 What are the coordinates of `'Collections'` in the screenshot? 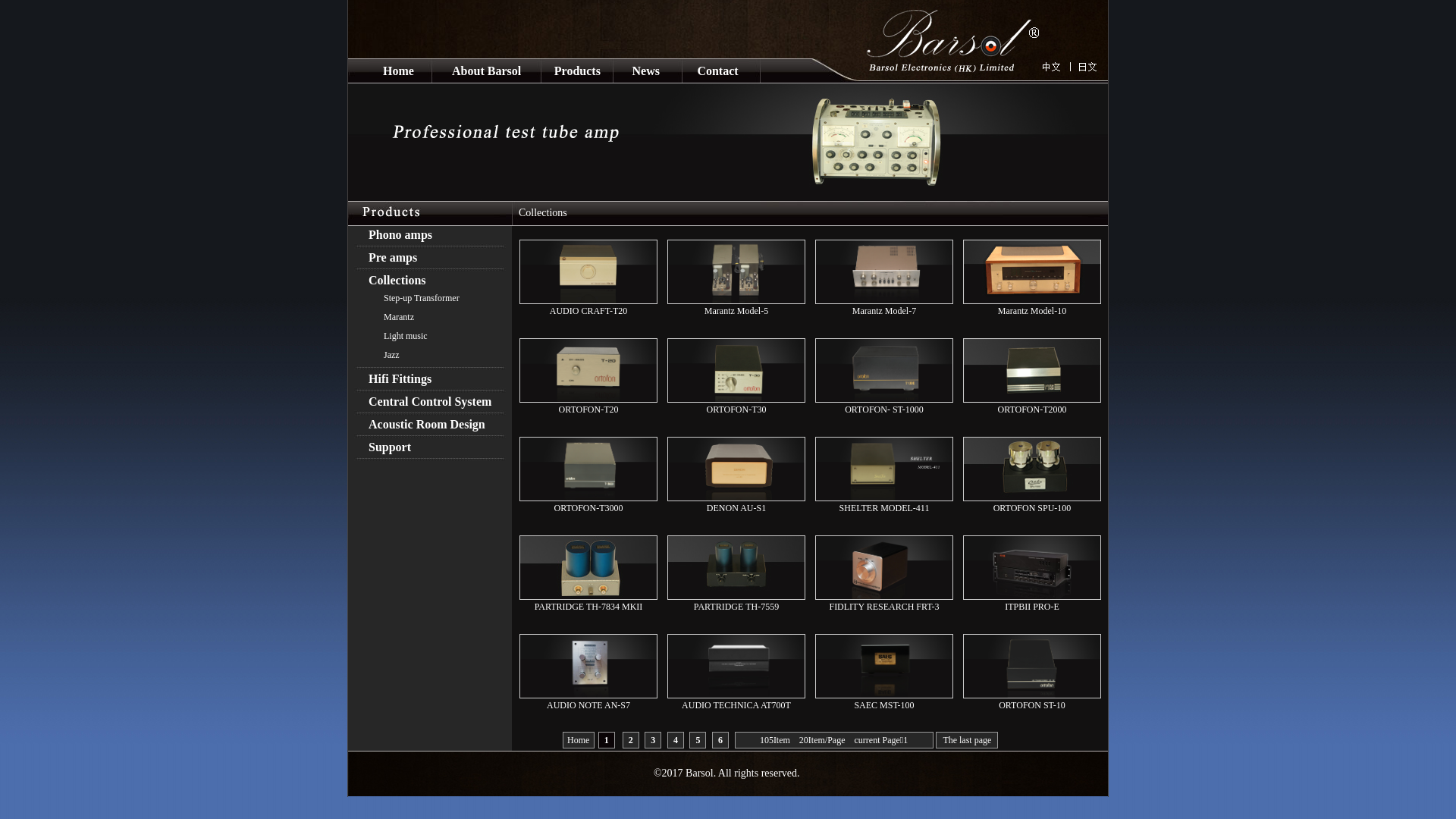 It's located at (542, 212).